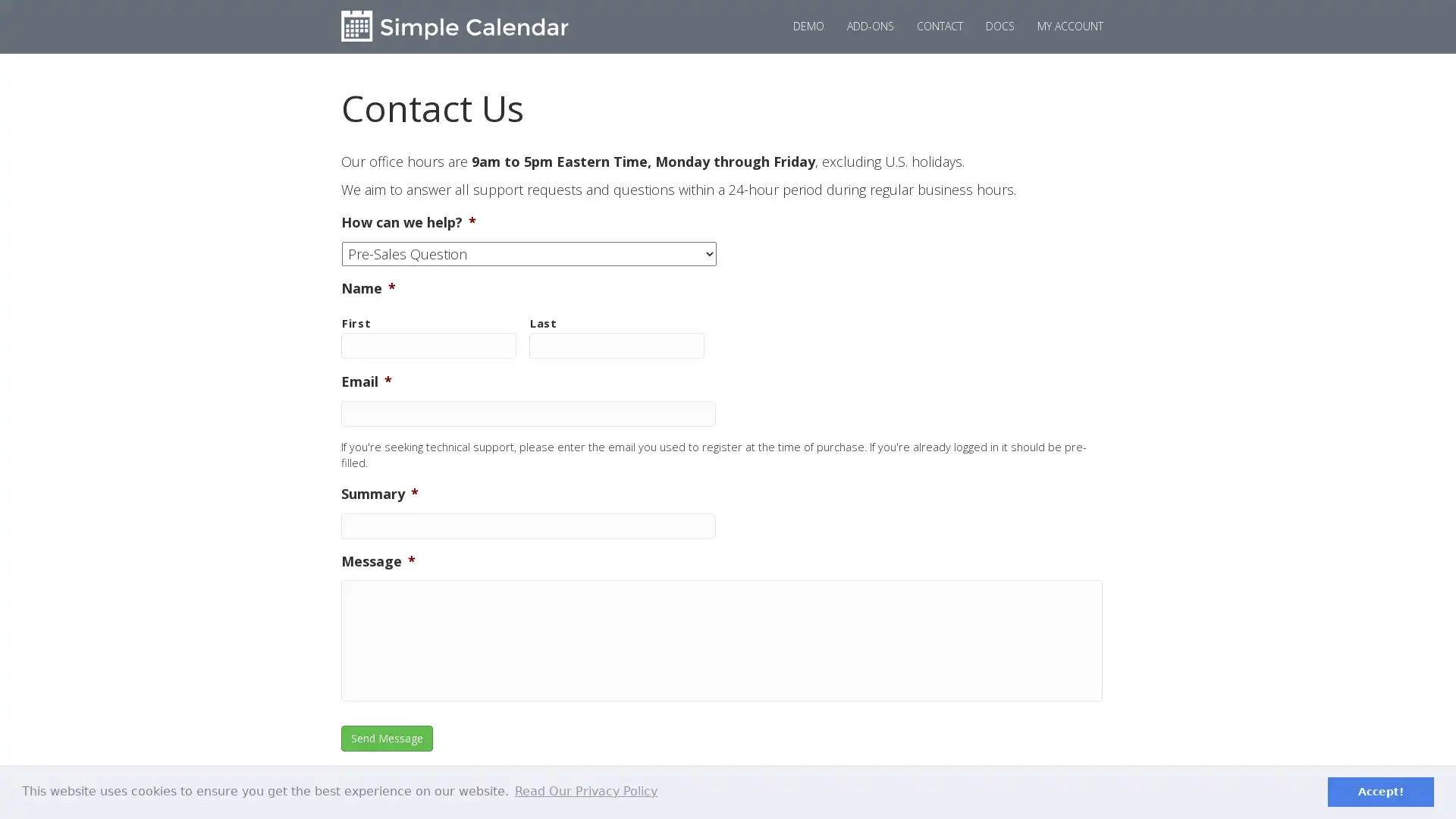 The width and height of the screenshot is (1456, 819). What do you see at coordinates (585, 791) in the screenshot?
I see `learn more about cookies` at bounding box center [585, 791].